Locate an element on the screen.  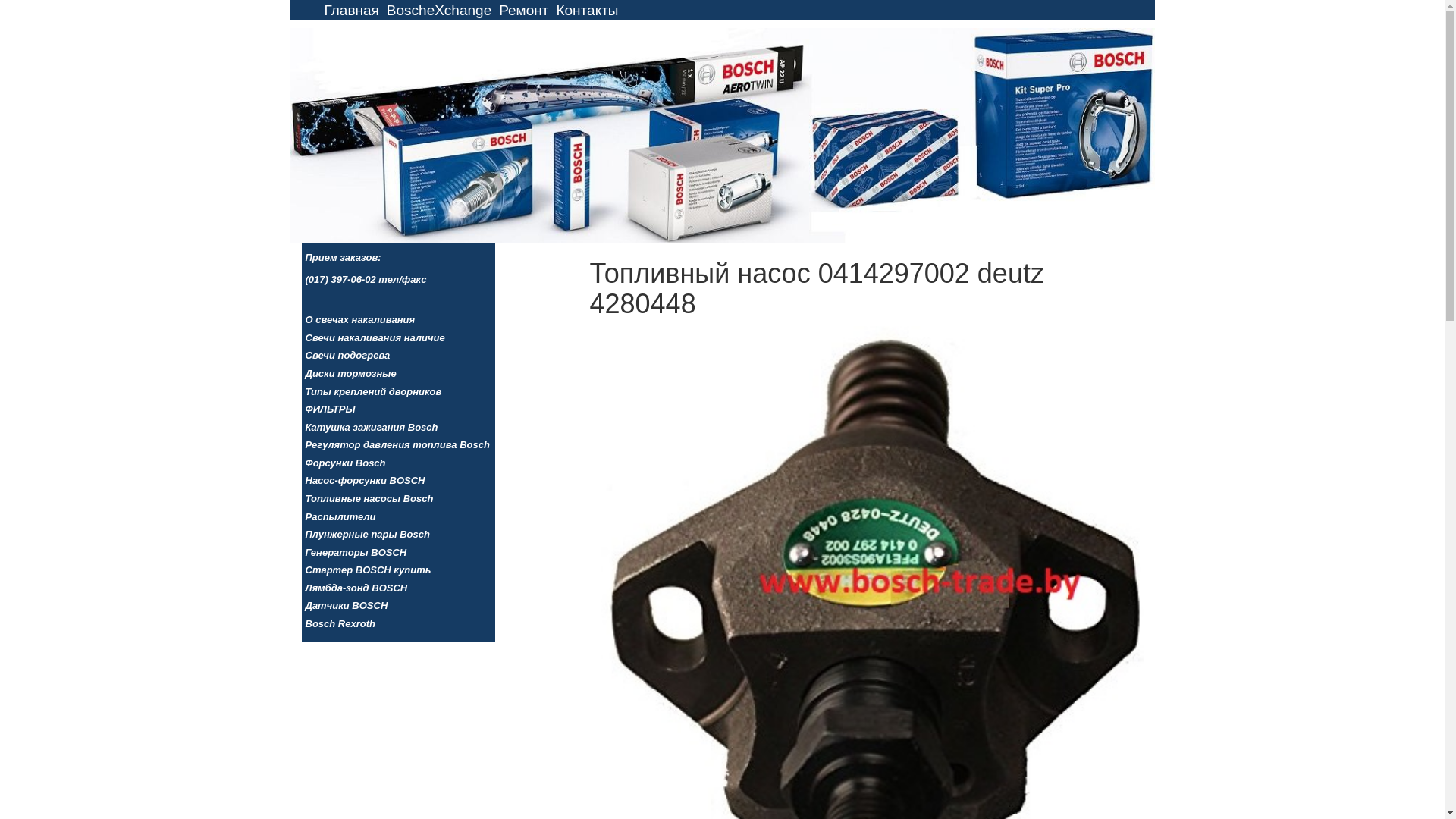
'BoscheXchange' is located at coordinates (438, 10).